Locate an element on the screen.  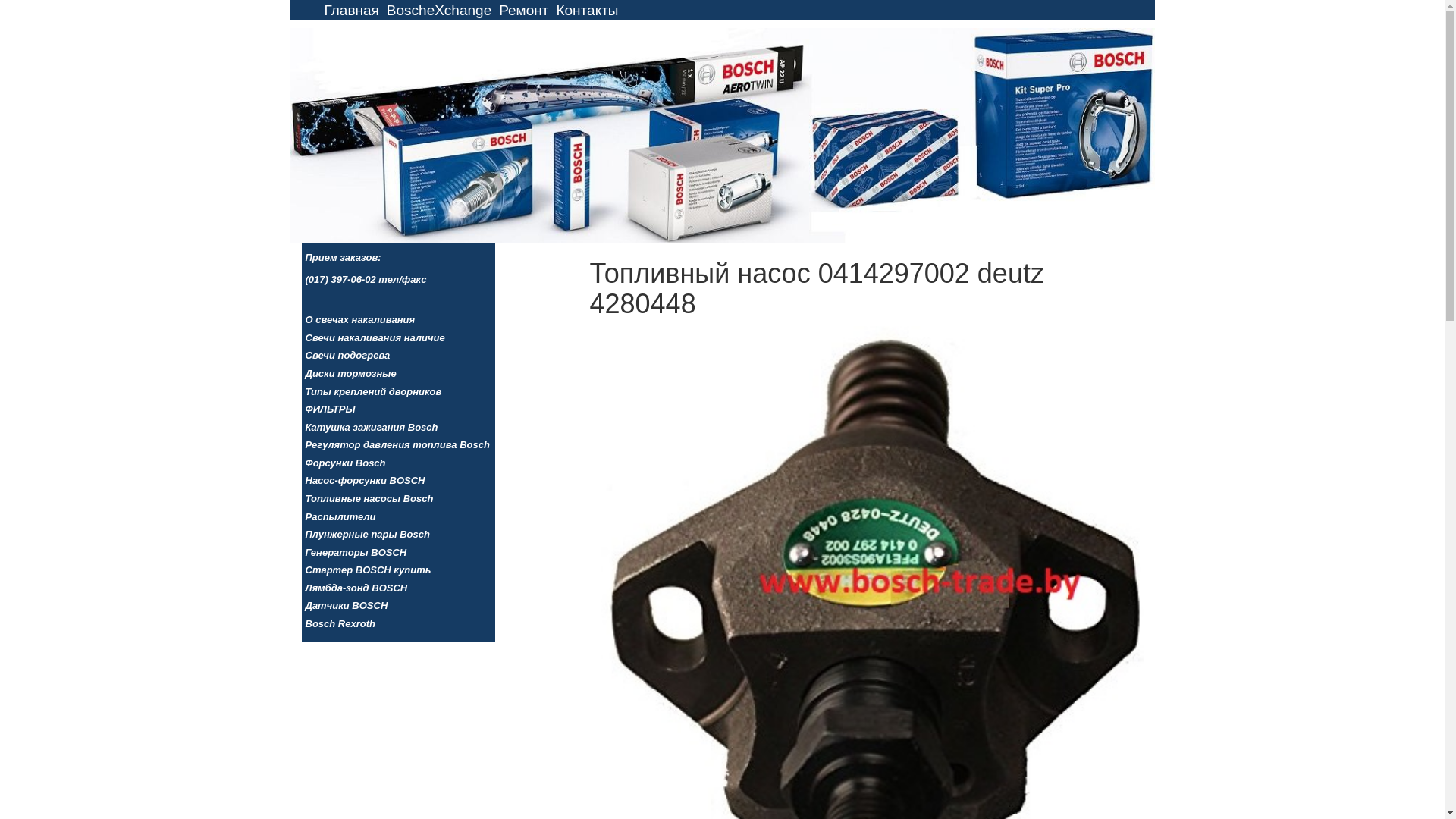
'BoscheXchange' is located at coordinates (438, 10).